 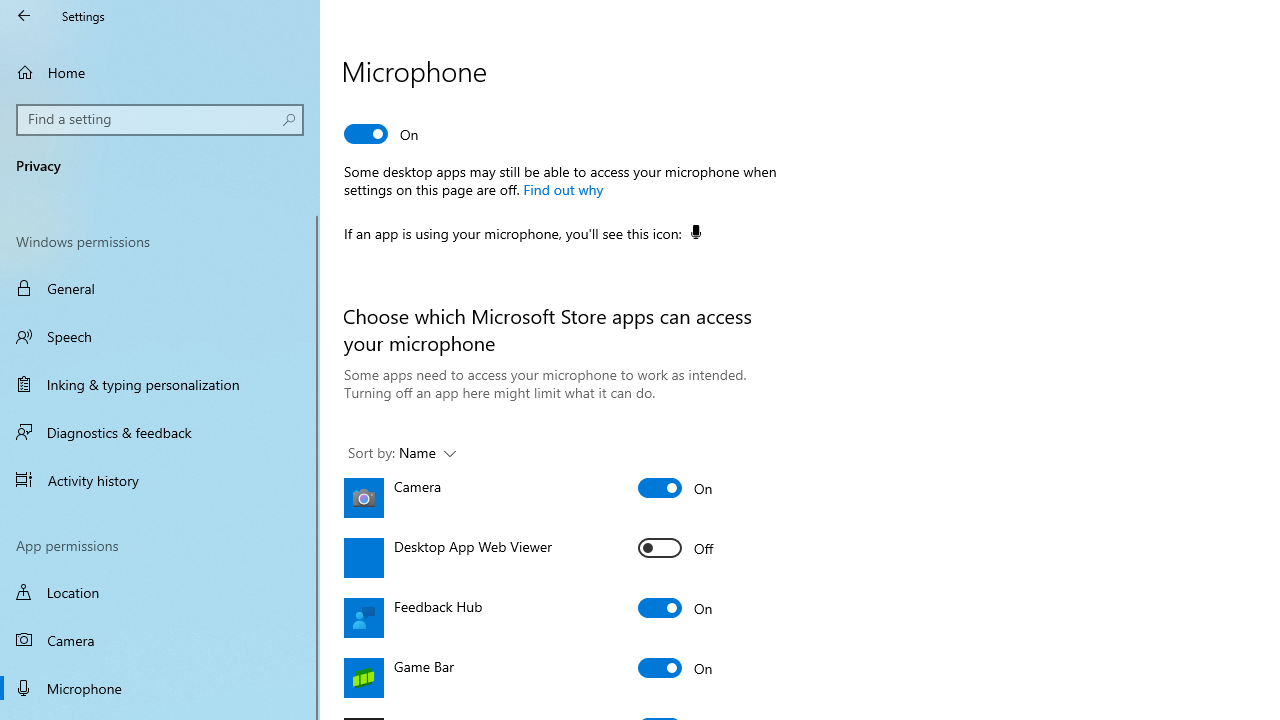 What do you see at coordinates (160, 686) in the screenshot?
I see `'Microphone'` at bounding box center [160, 686].